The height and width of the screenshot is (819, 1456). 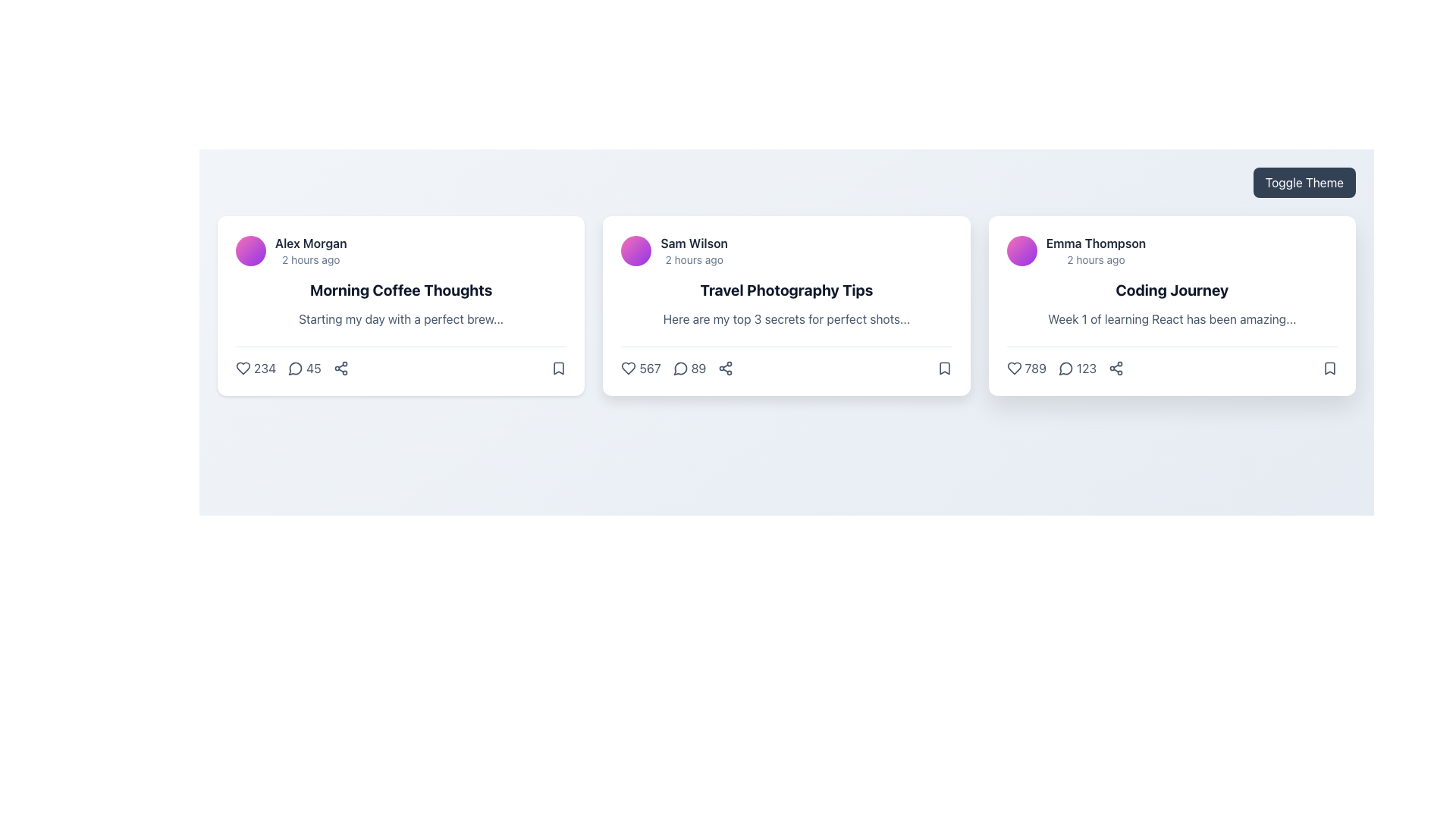 What do you see at coordinates (292, 369) in the screenshot?
I see `the interactive comment icon with the numeric label '45'` at bounding box center [292, 369].